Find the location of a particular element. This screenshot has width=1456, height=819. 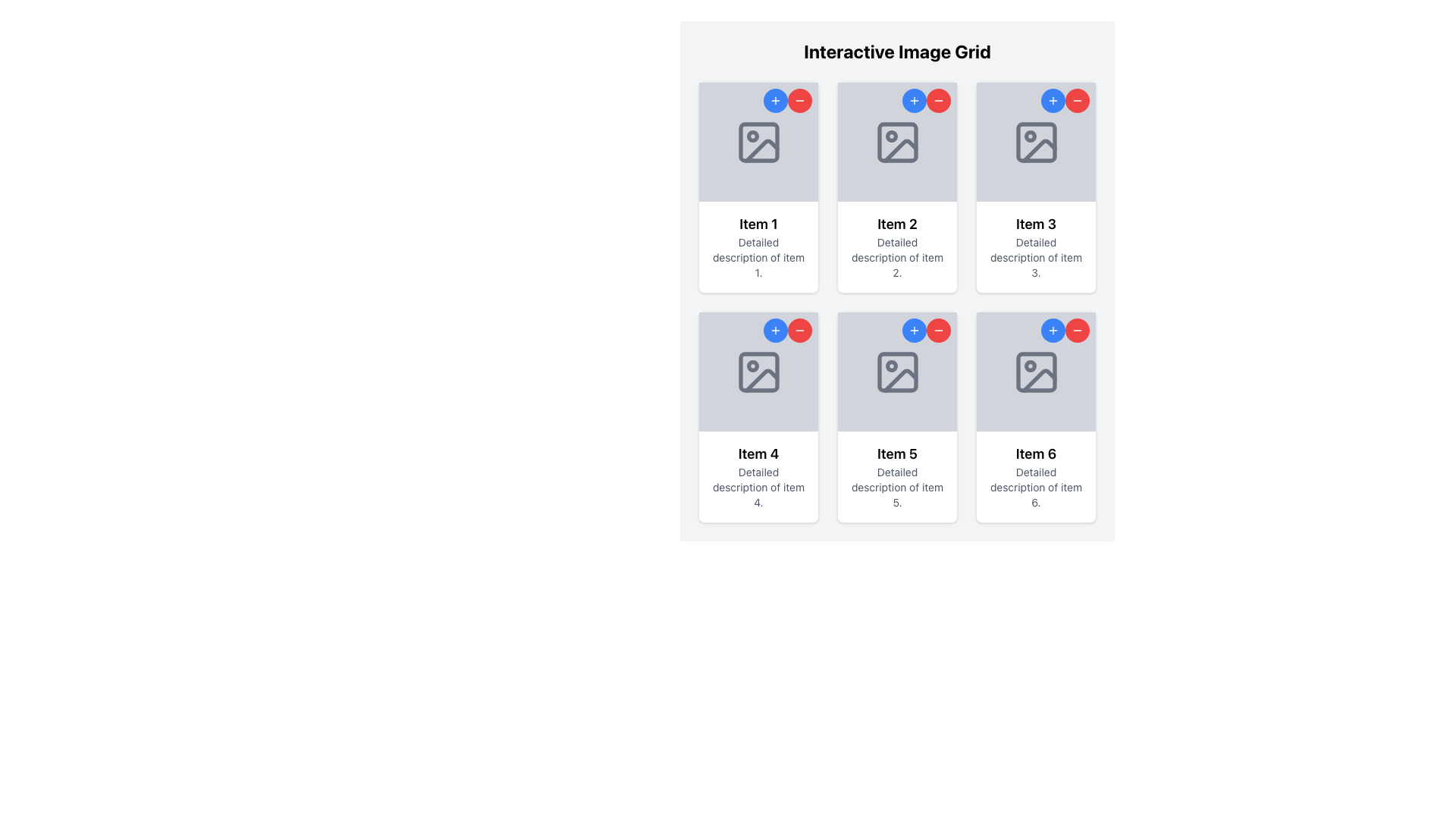

the circular button with a blue background and white plus sign symbol located in the top right corner of the first item's card is located at coordinates (775, 100).